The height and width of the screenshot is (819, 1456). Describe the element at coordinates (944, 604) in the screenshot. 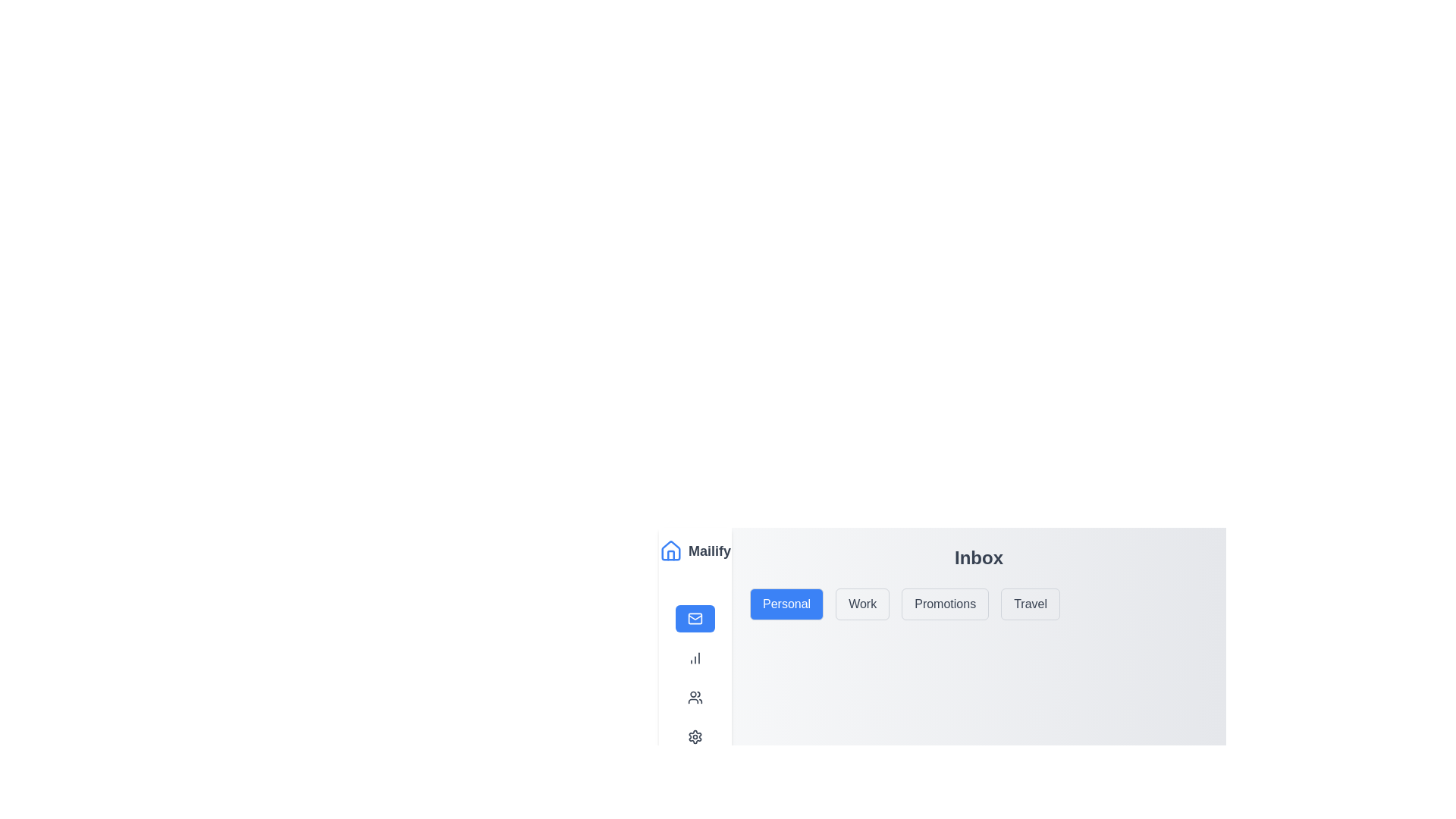

I see `the 'Promotions' button, which is a rectangular button with rounded corners, located between 'Work' and 'Travel'` at that location.